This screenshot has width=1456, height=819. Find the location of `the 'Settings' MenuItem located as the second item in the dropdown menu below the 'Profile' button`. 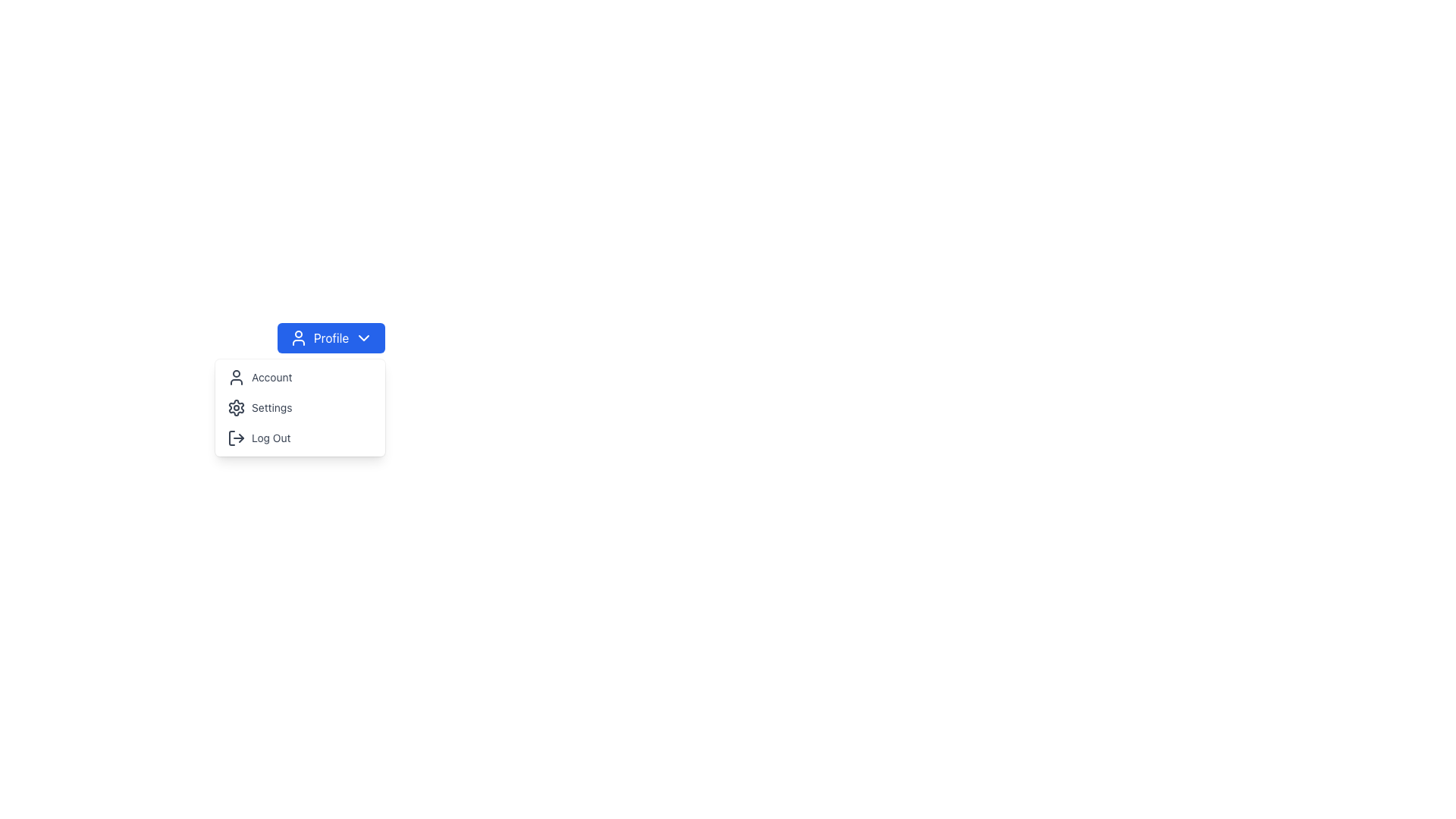

the 'Settings' MenuItem located as the second item in the dropdown menu below the 'Profile' button is located at coordinates (300, 406).